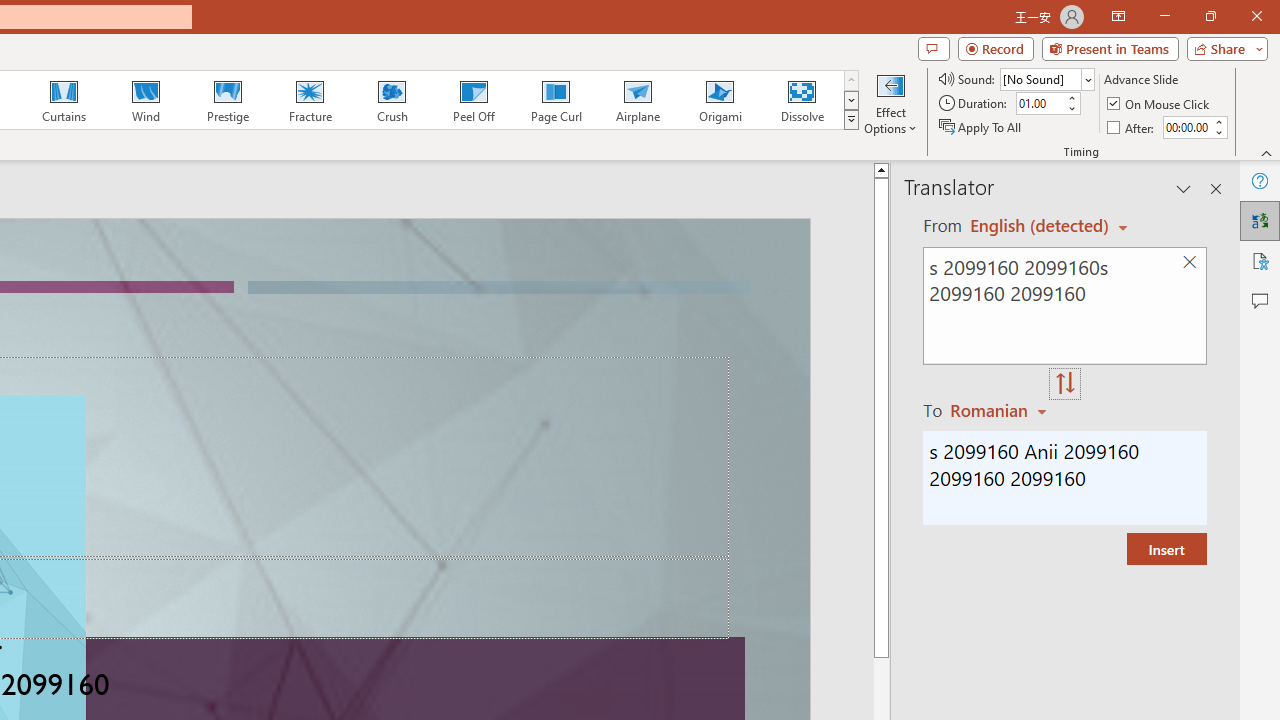 This screenshot has height=720, width=1280. I want to click on 'Apply To All', so click(981, 127).